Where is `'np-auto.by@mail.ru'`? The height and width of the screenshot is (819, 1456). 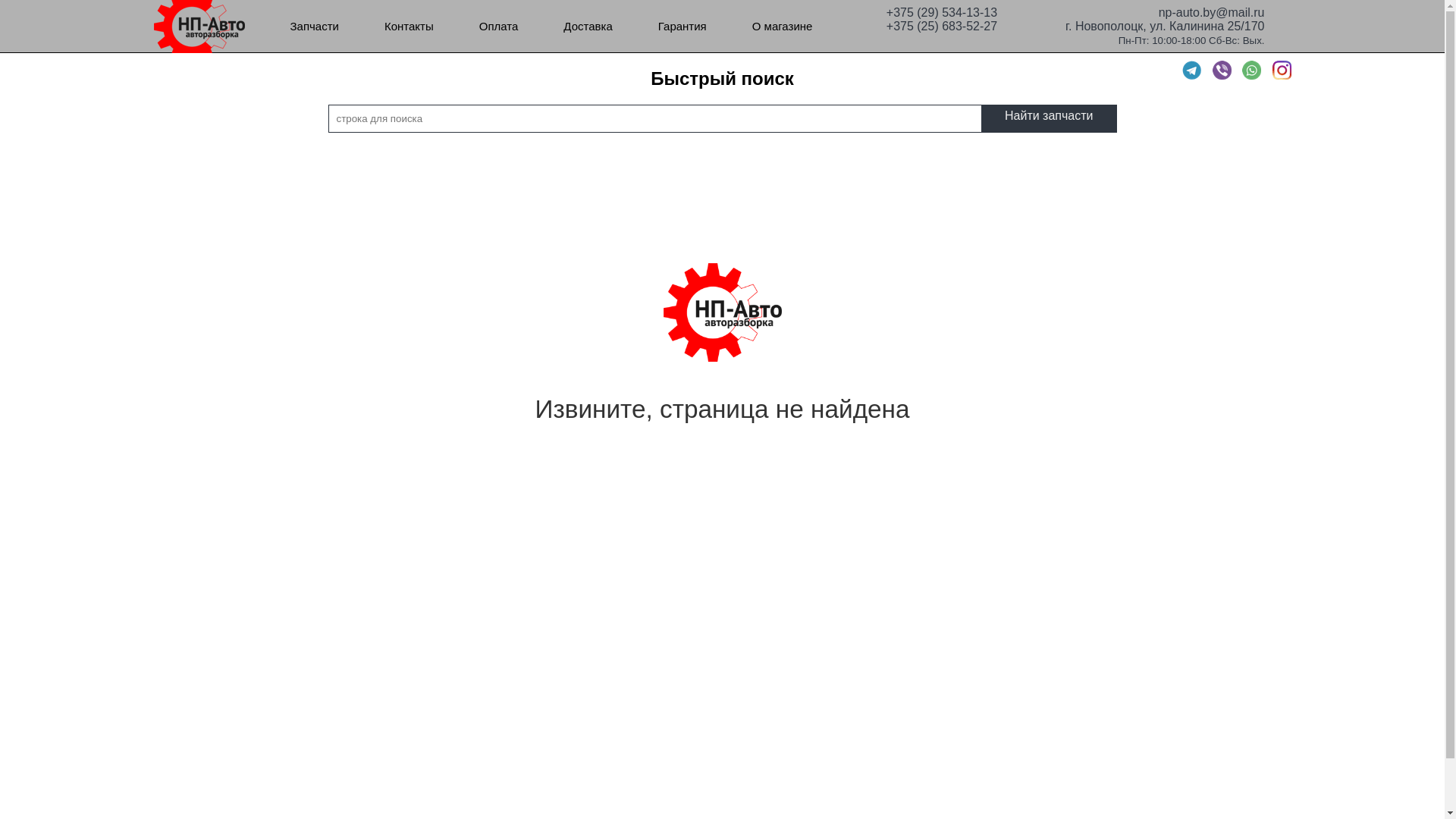 'np-auto.by@mail.ru' is located at coordinates (1164, 11).